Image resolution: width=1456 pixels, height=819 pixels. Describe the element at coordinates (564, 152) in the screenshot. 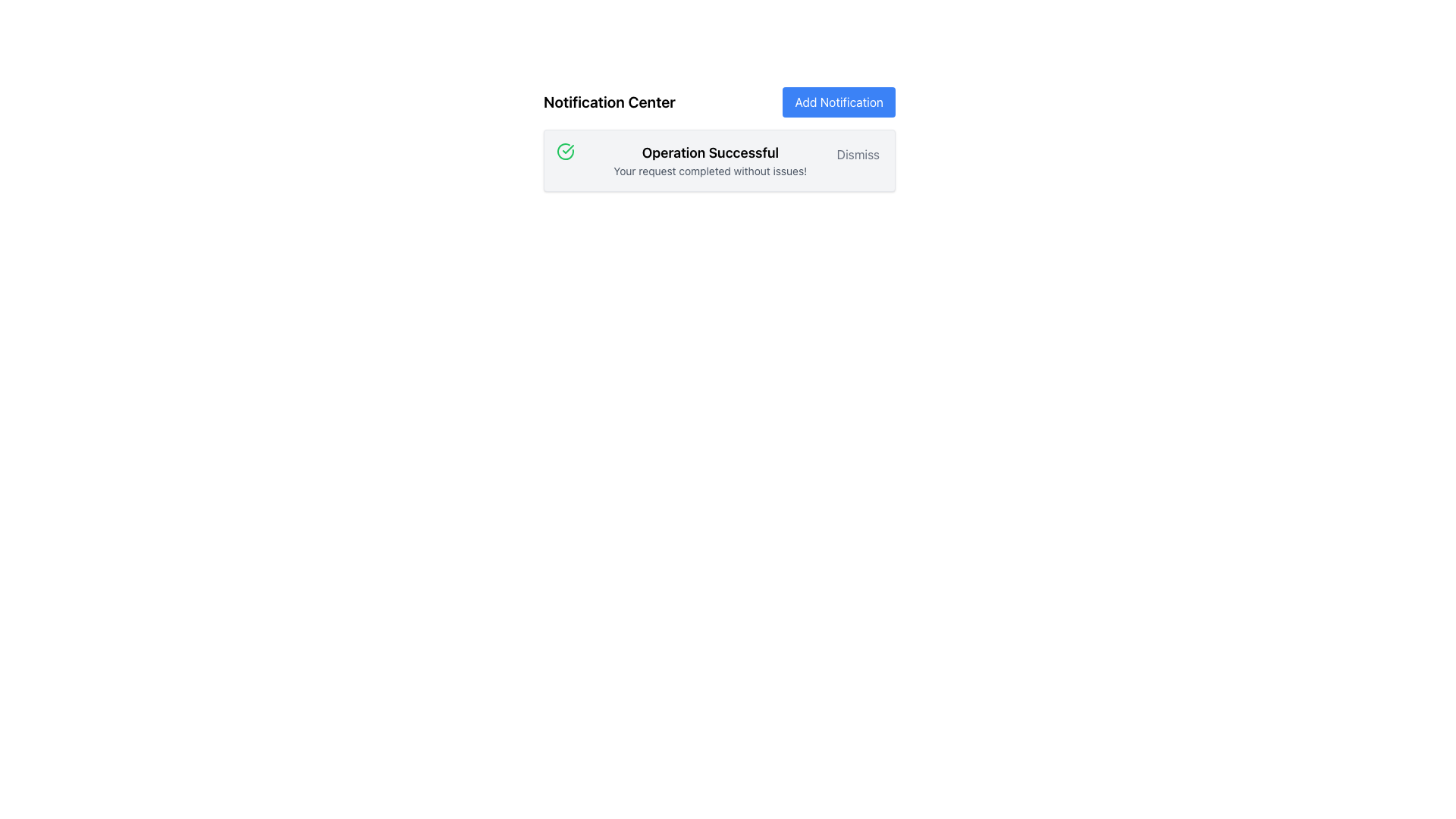

I see `the success indicator icon located at the top-left section of the notification card, adjacent to the text 'Operation Successful'` at that location.